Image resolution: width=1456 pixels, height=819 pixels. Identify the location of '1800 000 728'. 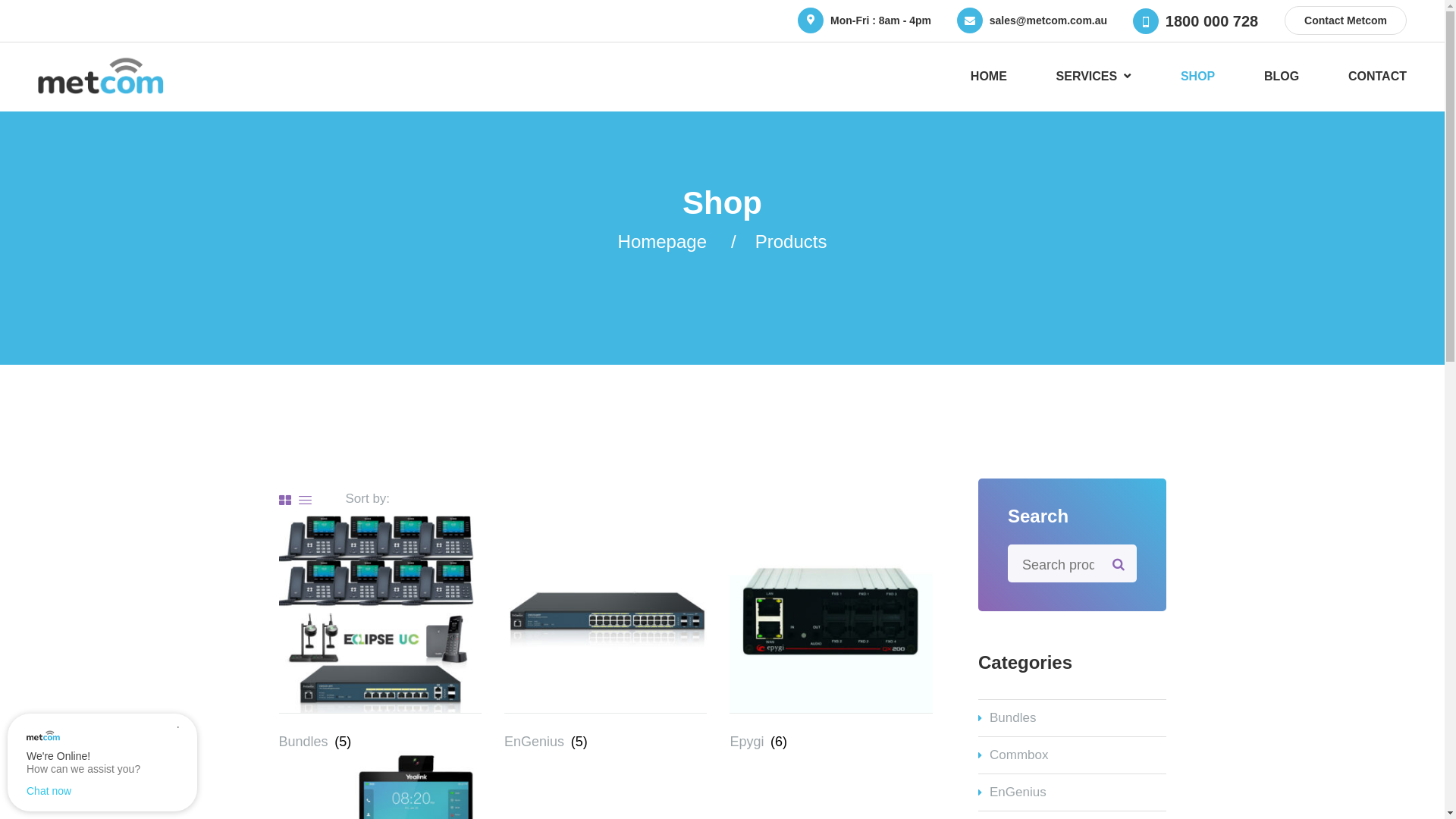
(1211, 20).